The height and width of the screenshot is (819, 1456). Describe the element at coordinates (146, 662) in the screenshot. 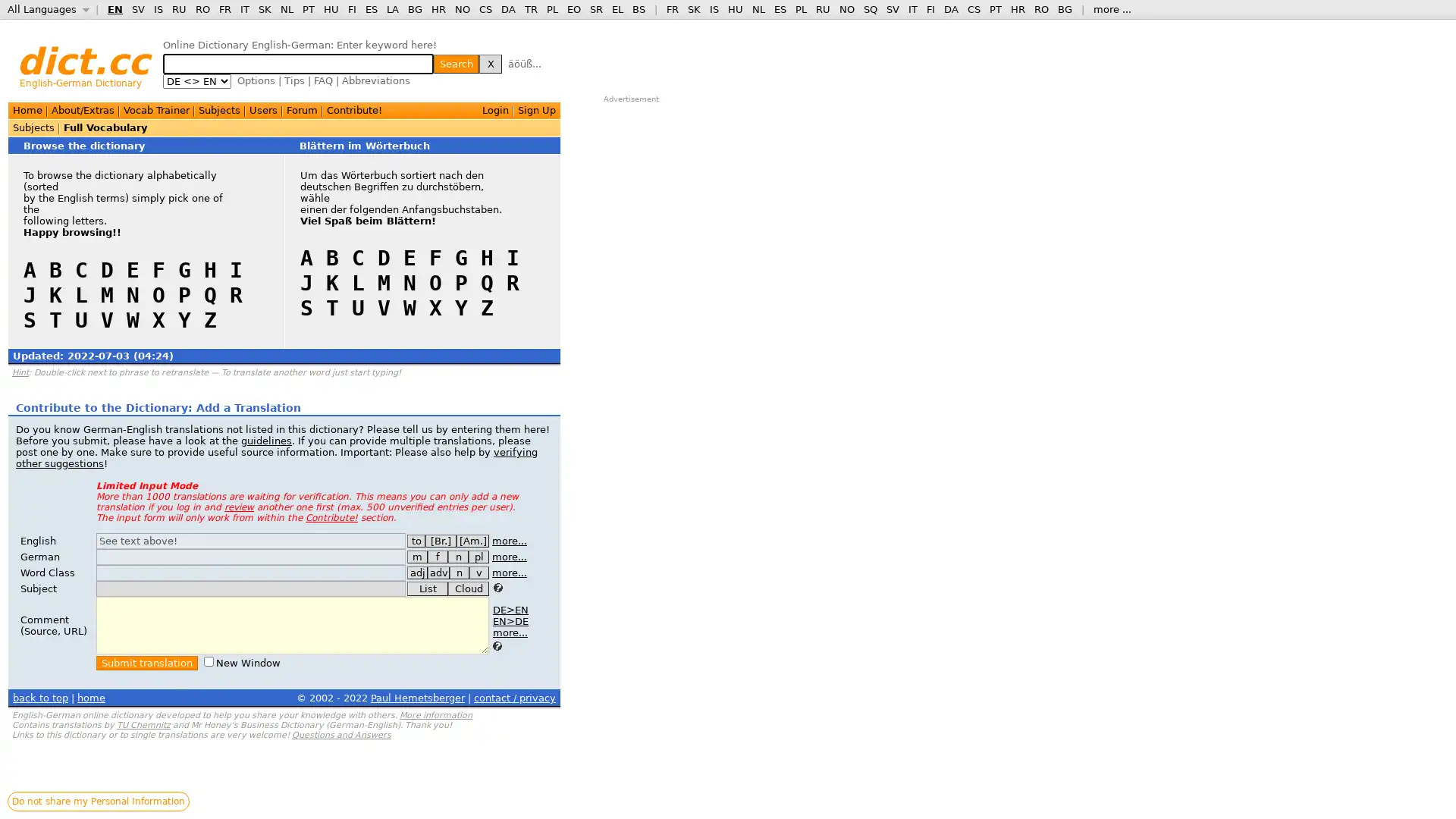

I see `Submit translation` at that location.